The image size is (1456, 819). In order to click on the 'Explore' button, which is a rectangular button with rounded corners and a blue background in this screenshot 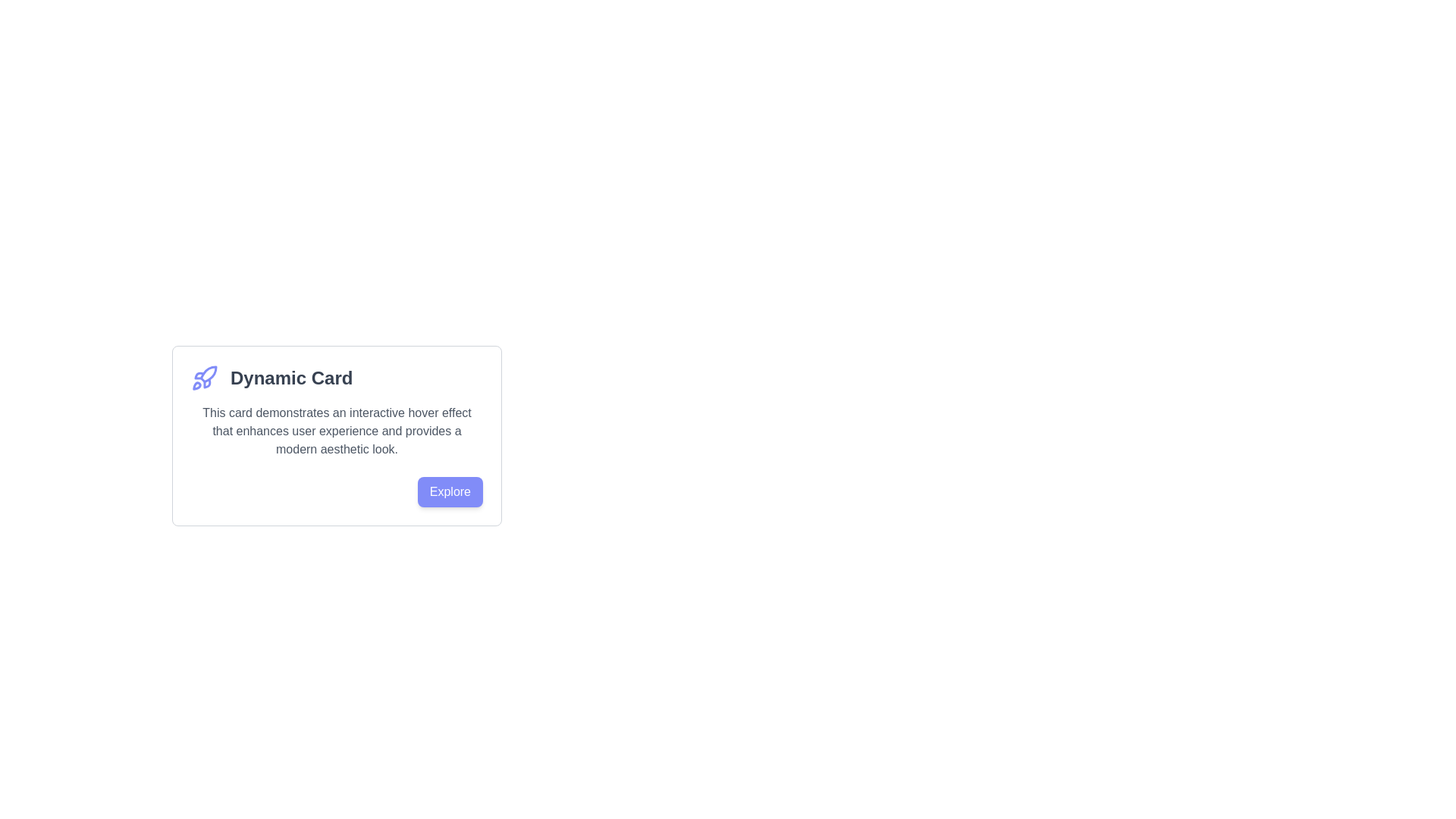, I will do `click(449, 491)`.